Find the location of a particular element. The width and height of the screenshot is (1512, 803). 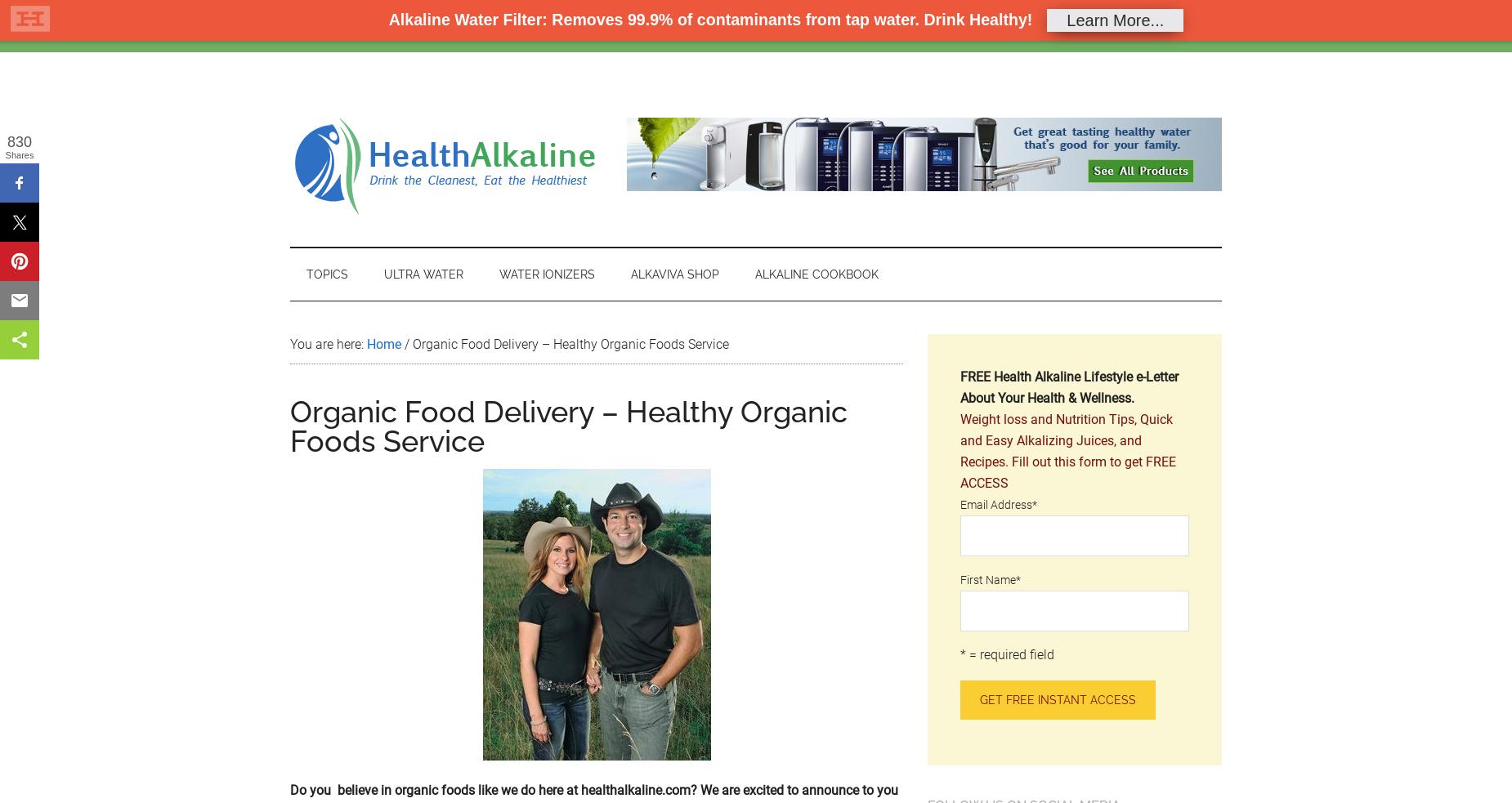

'Alkaline Water Filter: Removes 99.9% of contaminants from tap water. Drink Healthy!' is located at coordinates (709, 18).